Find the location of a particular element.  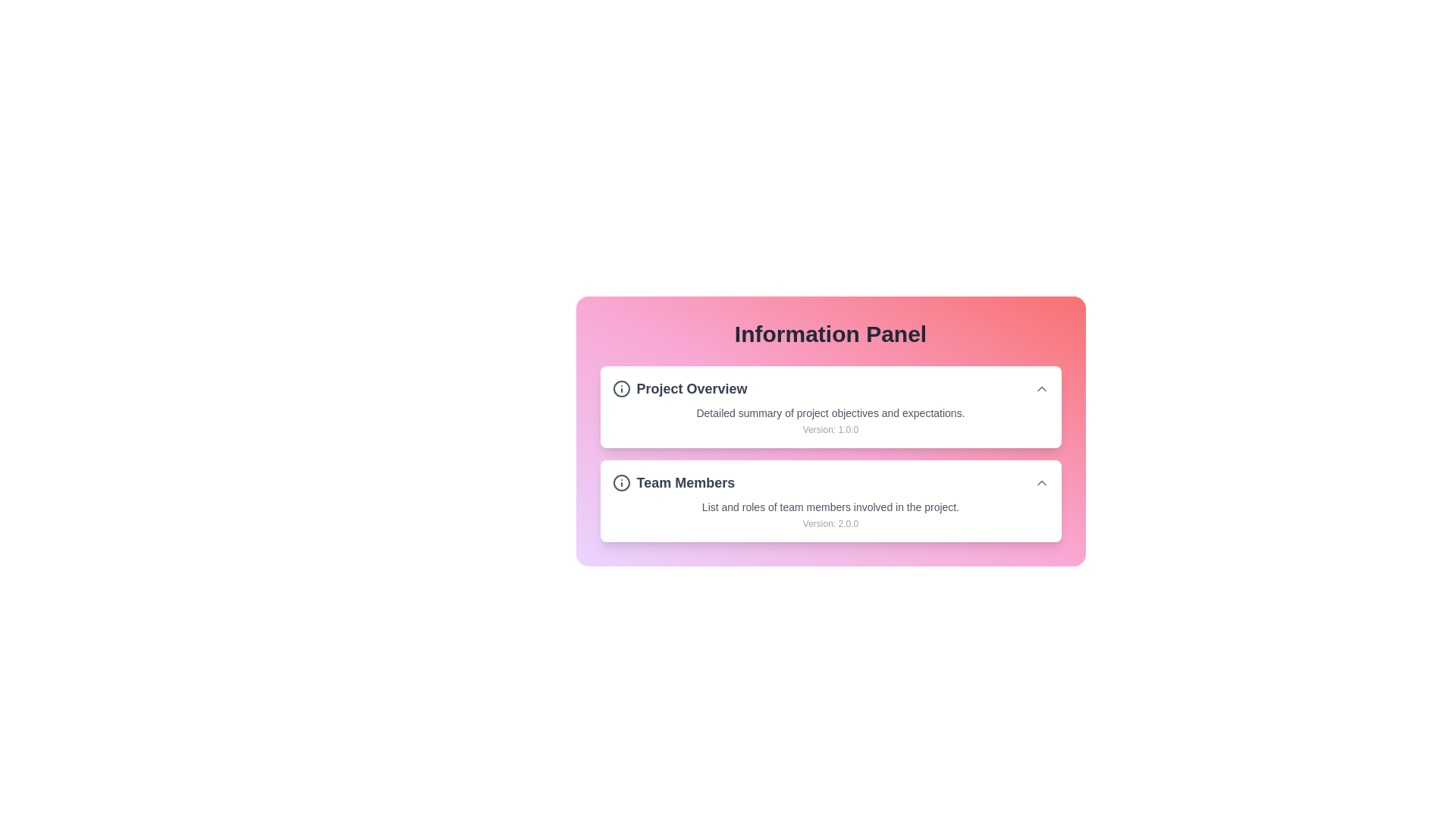

the circular information icon with a blue outline and a white background, located to the left of the 'Team Members' section header is located at coordinates (621, 482).